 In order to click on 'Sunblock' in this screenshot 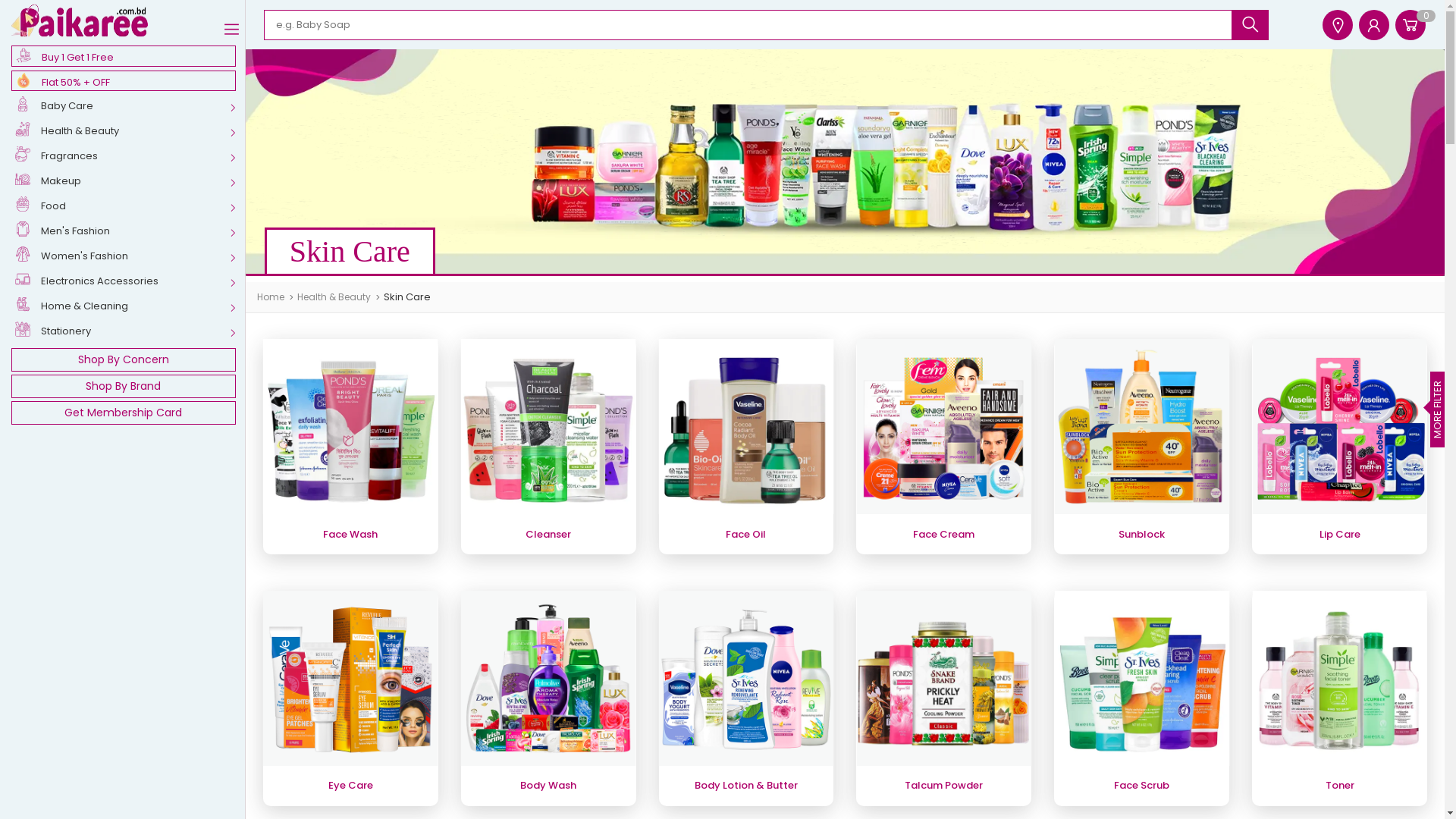, I will do `click(1053, 446)`.